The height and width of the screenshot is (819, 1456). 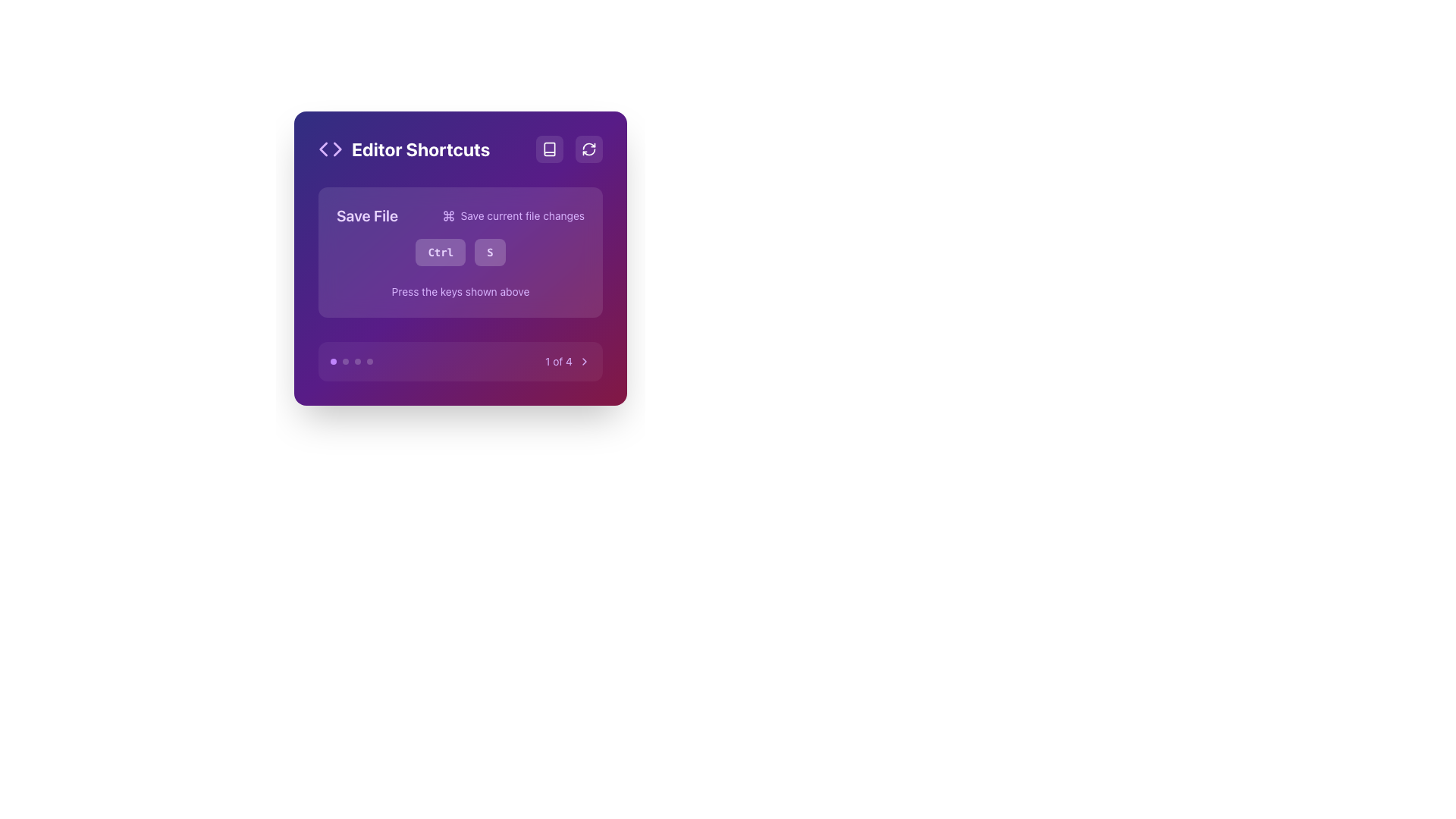 I want to click on the compact purple icon resembling a command or control symbol, located to the left of the 'Save current file changes' text in the 'Save File' shortcut description, so click(x=447, y=216).